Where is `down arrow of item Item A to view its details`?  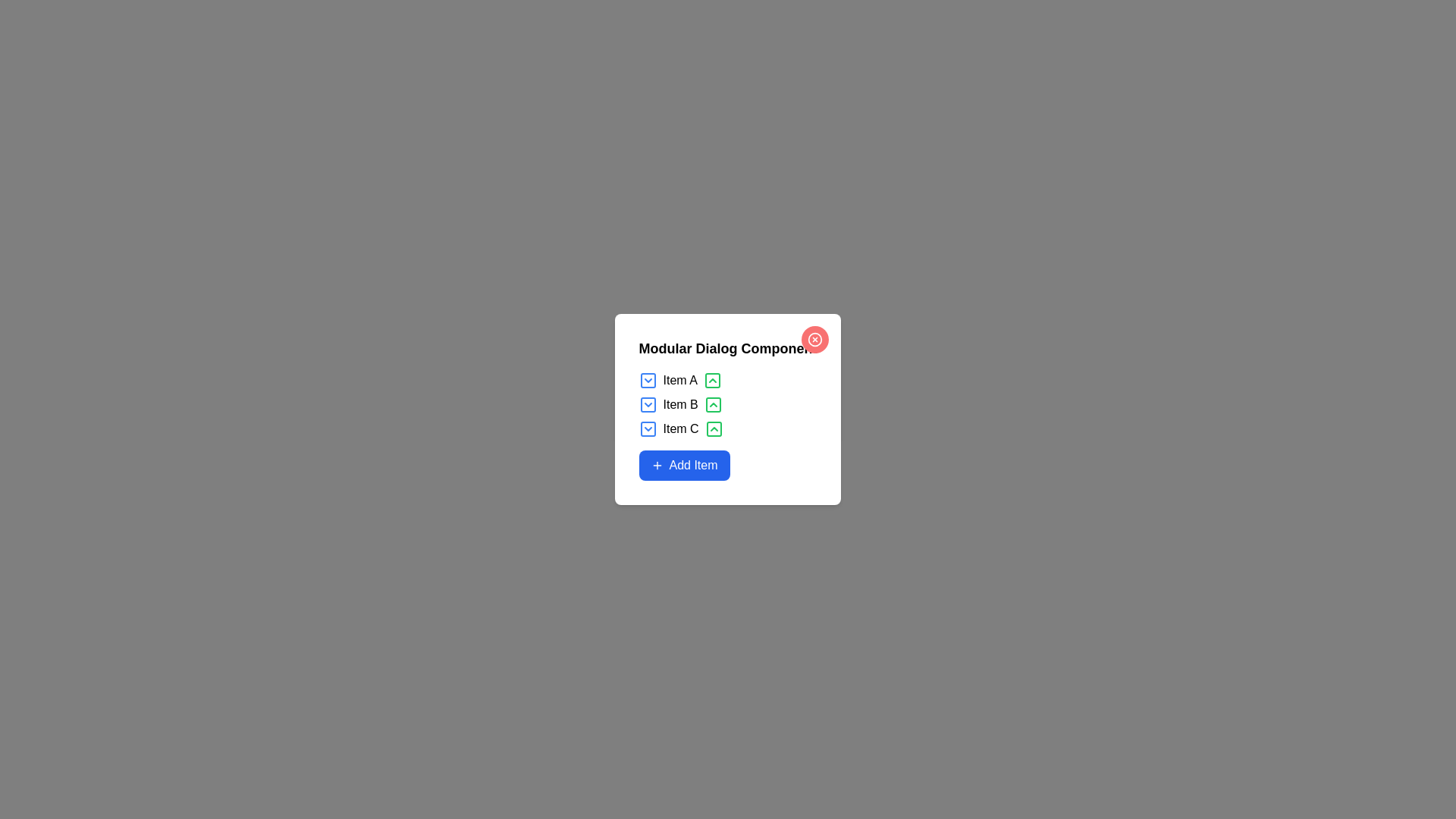 down arrow of item Item A to view its details is located at coordinates (648, 379).